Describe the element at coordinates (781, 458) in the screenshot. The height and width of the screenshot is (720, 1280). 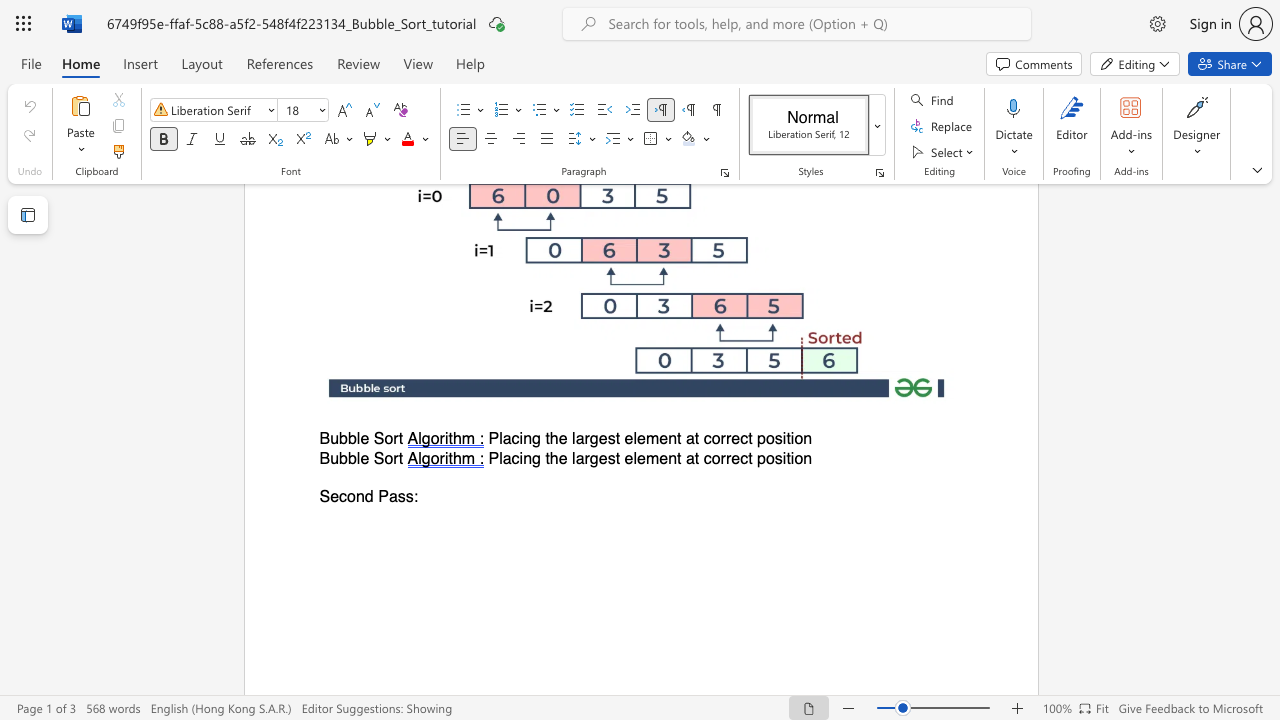
I see `the subset text "it" within the text "Placing the largest element at correct position"` at that location.